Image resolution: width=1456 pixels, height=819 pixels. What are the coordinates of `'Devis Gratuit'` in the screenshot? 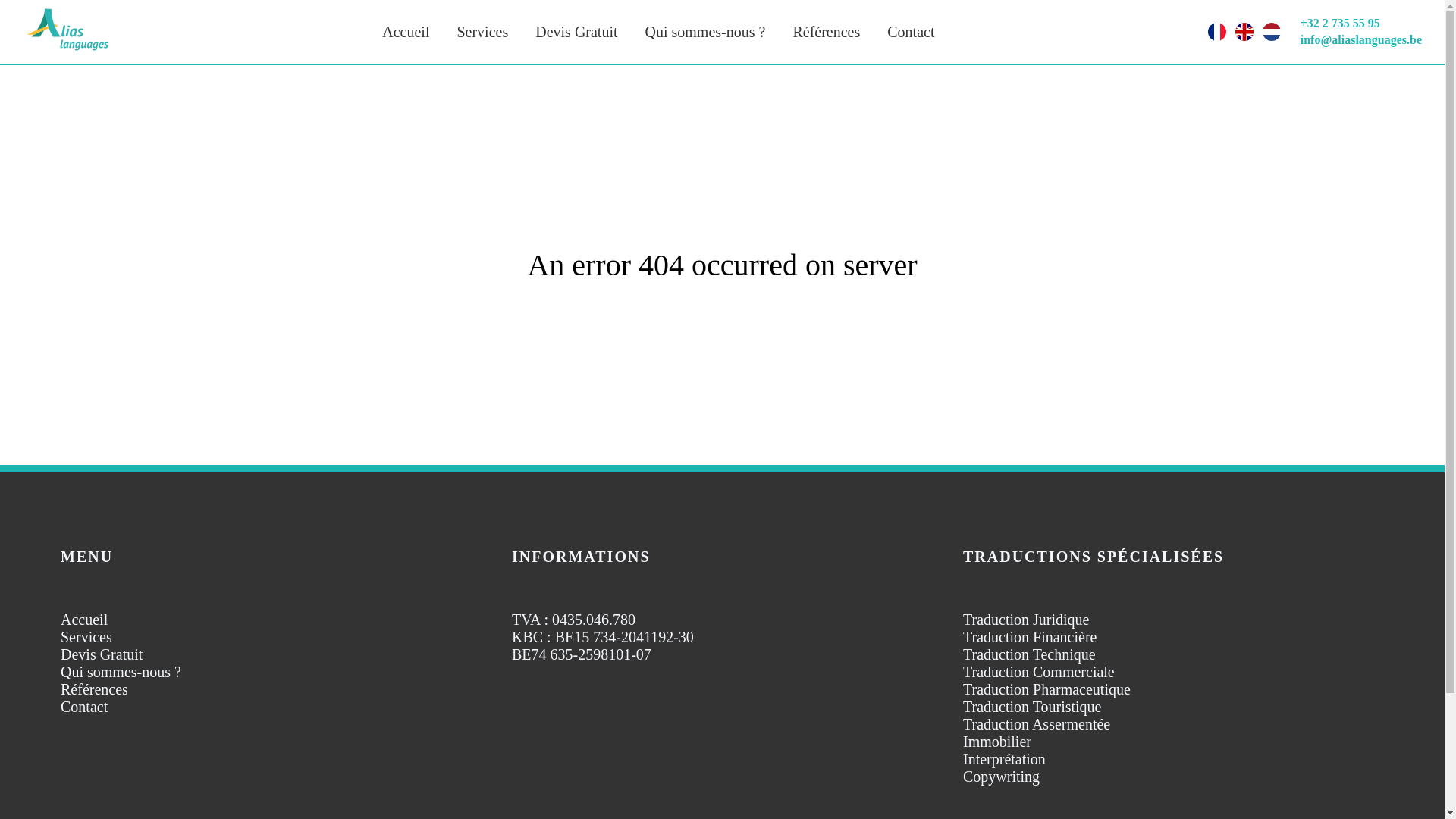 It's located at (101, 654).